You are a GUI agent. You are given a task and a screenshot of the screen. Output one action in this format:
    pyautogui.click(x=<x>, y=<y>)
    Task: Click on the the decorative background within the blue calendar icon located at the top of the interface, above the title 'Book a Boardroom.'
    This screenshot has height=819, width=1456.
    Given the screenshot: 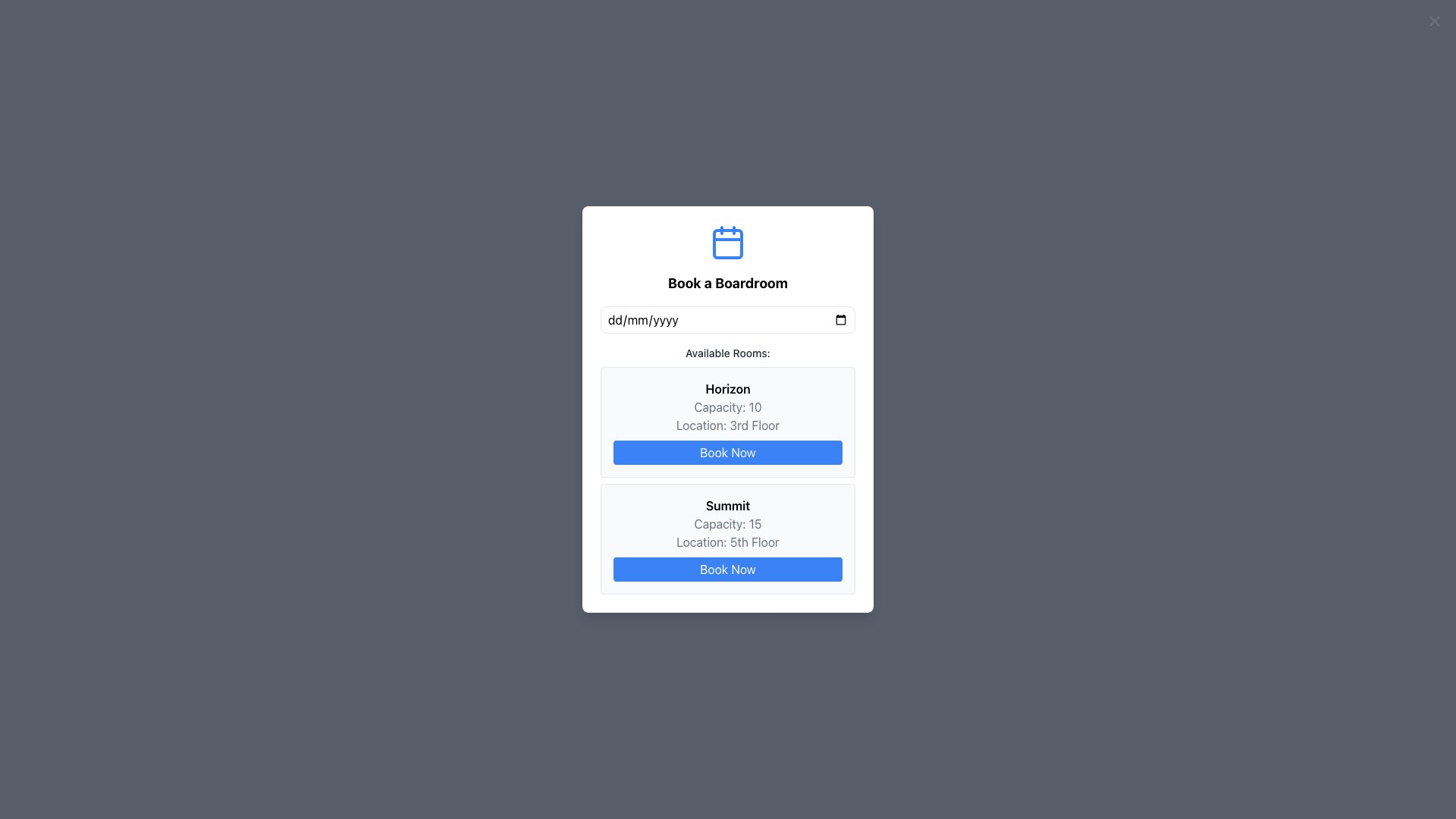 What is the action you would take?
    pyautogui.click(x=728, y=243)
    